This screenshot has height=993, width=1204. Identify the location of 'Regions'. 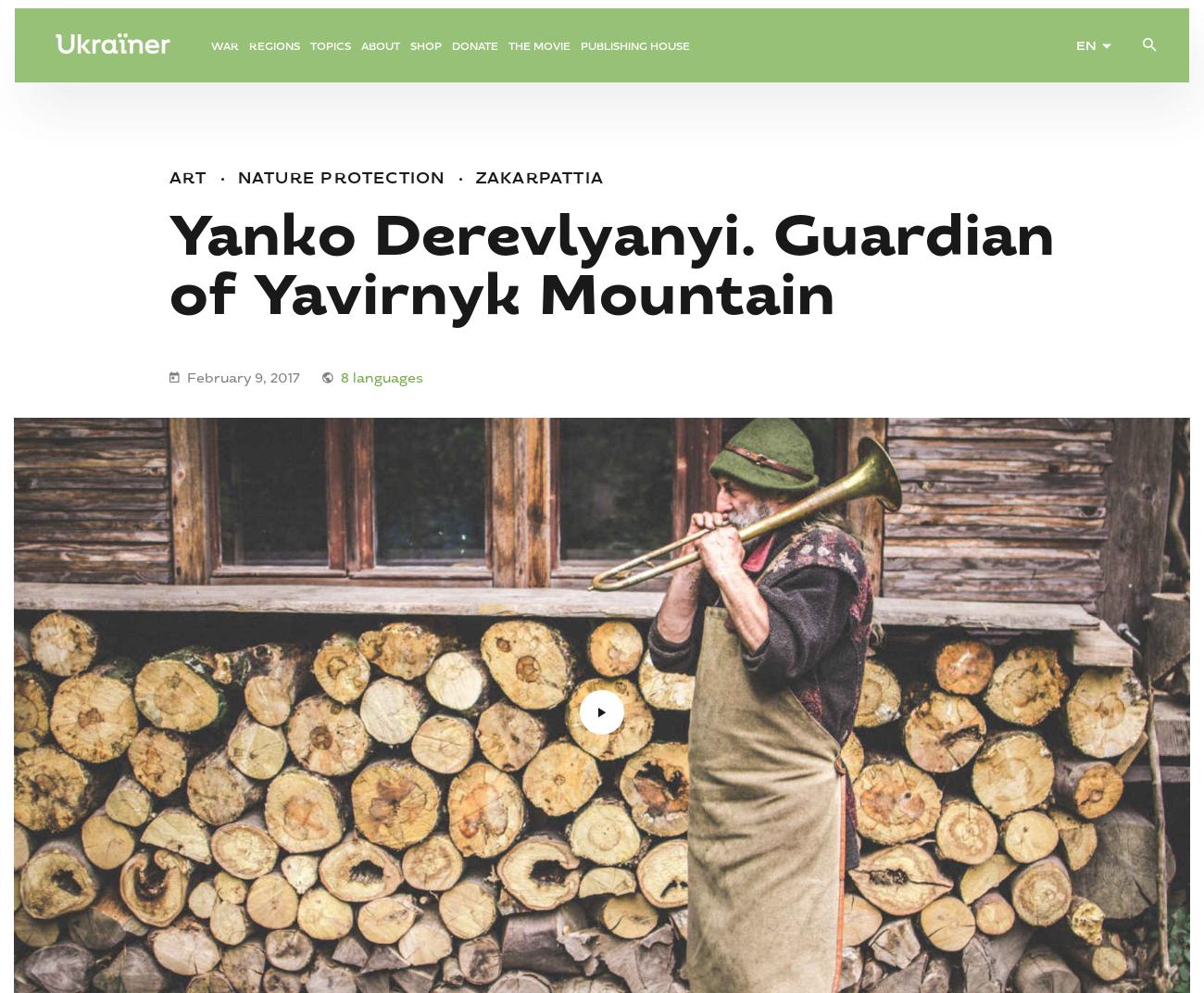
(274, 59).